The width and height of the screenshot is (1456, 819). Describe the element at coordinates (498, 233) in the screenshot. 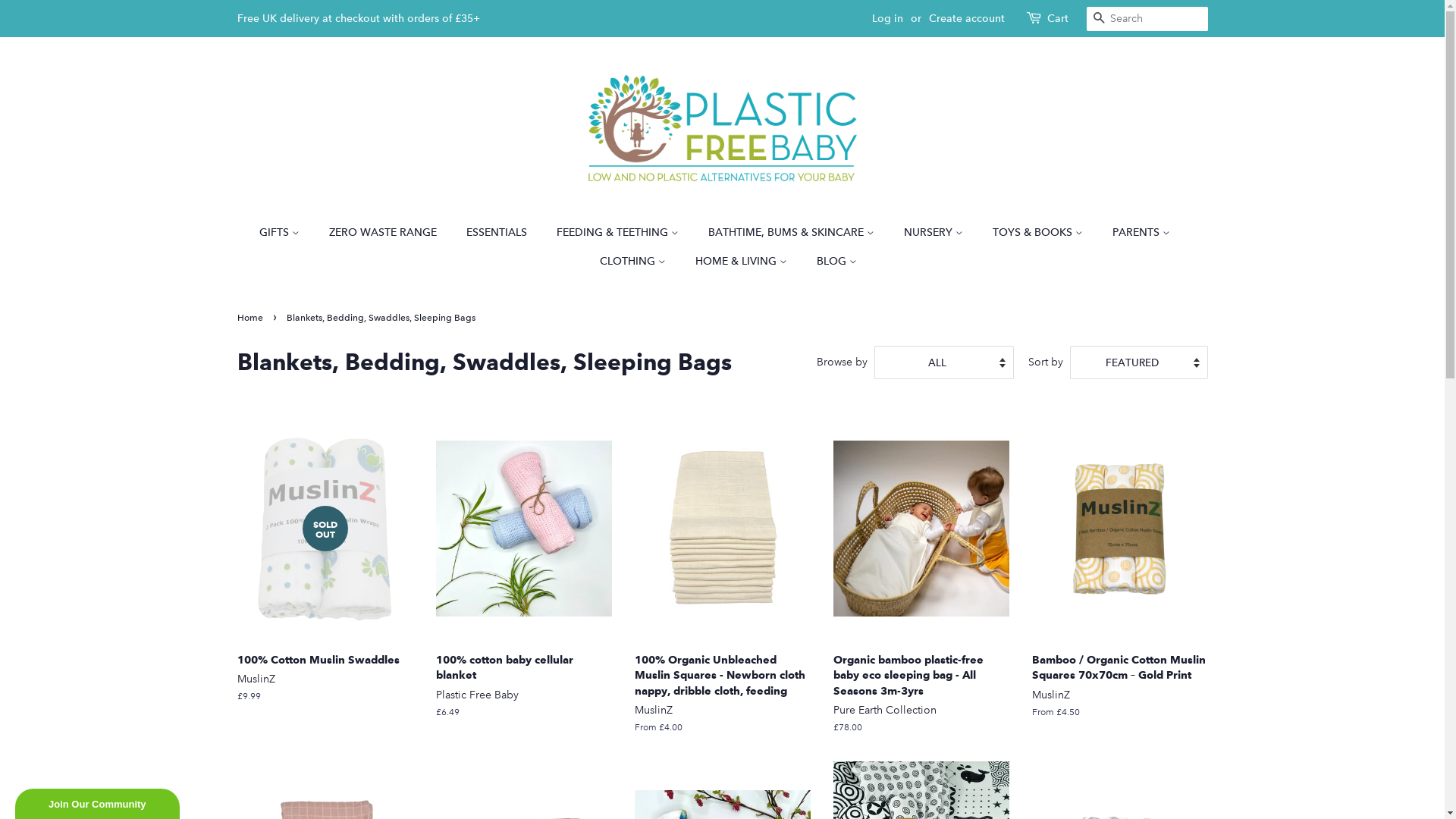

I see `'ESSENTIALS'` at that location.